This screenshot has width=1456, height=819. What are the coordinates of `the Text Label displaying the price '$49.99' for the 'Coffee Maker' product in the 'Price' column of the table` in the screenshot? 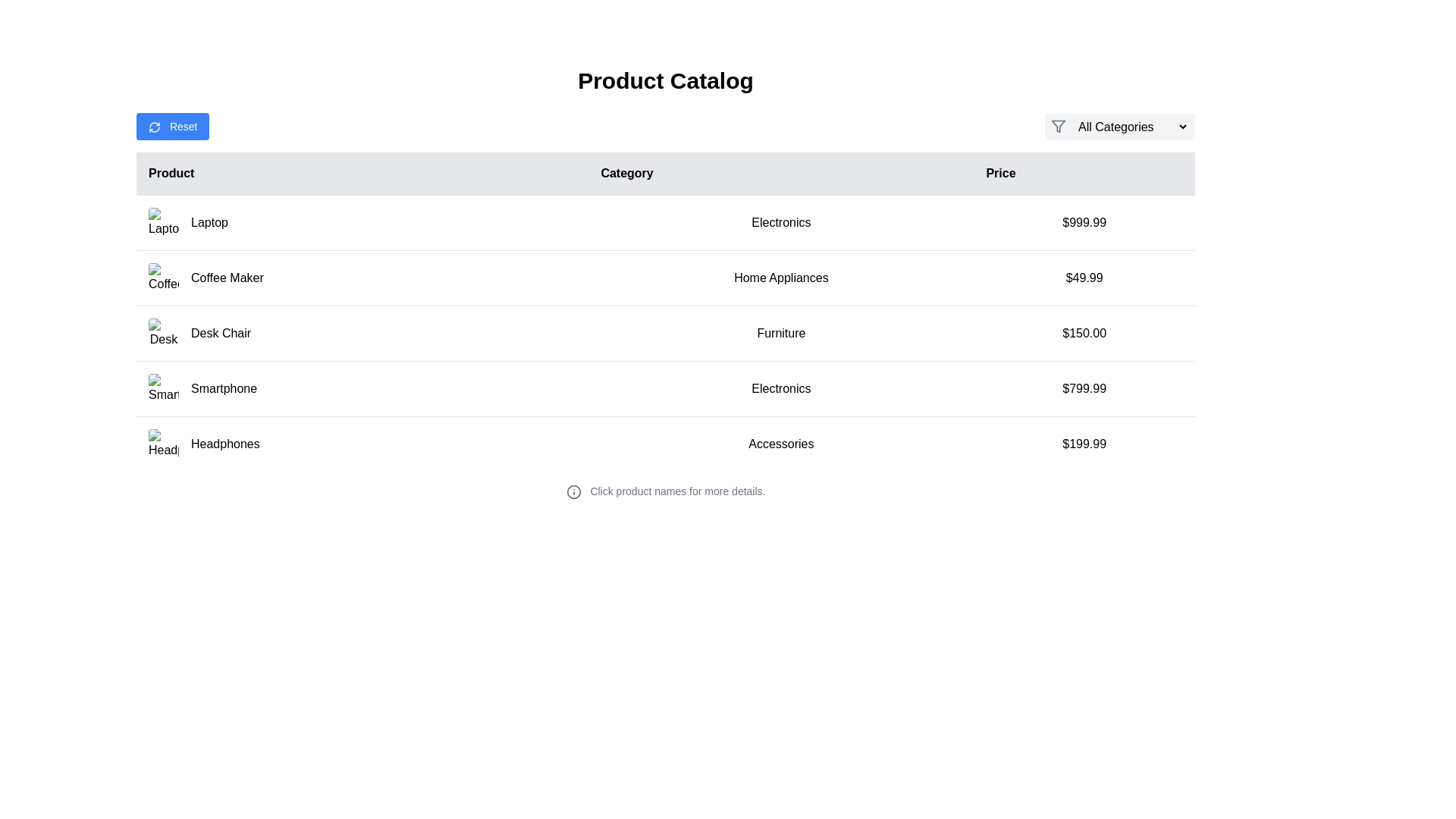 It's located at (1084, 278).